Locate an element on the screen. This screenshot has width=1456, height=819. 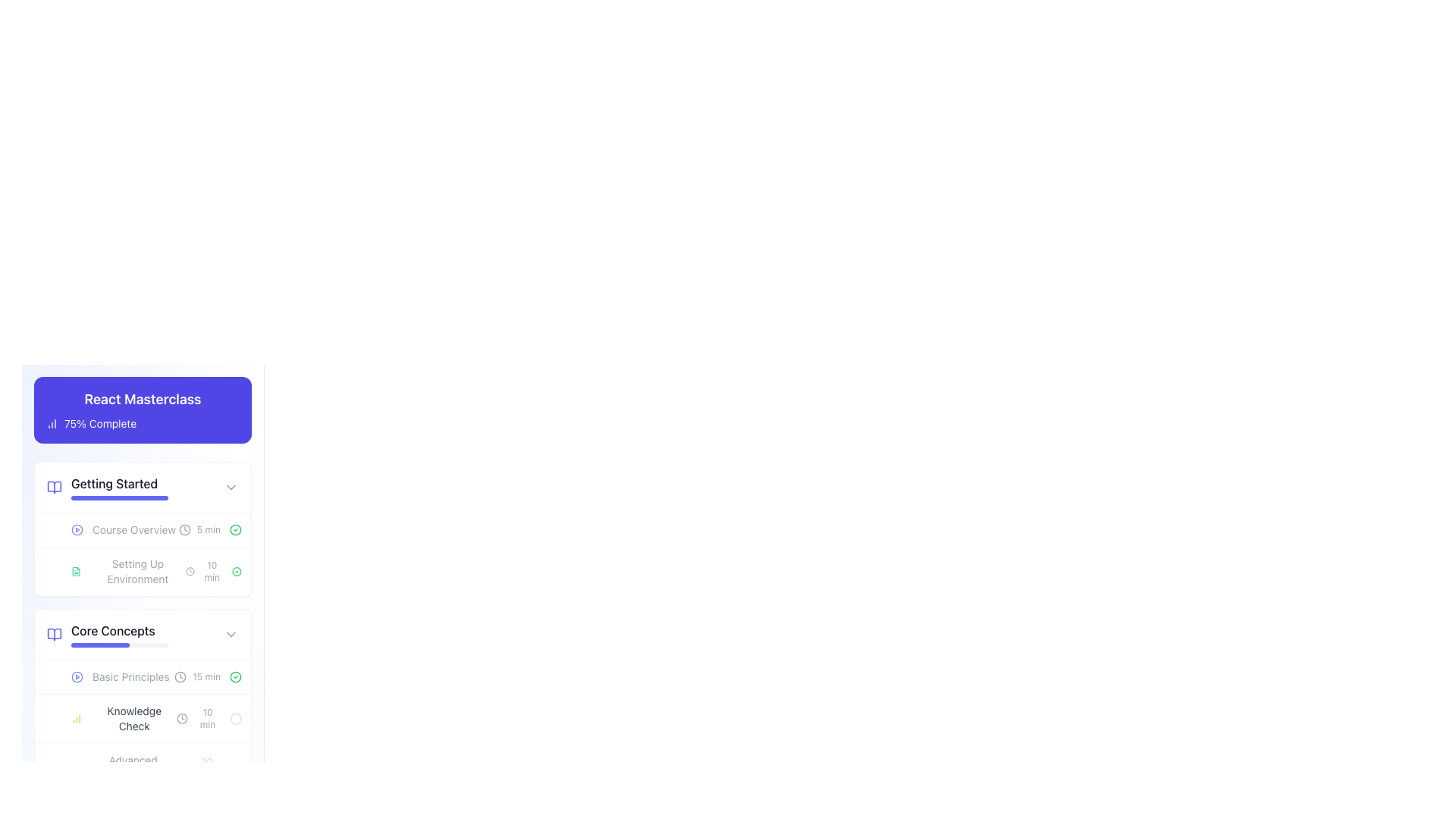
the status of the checkmark icon indicating the completion of the 'Course Overview' in the 'Getting Started' section, located next to the '5 min' text is located at coordinates (235, 529).